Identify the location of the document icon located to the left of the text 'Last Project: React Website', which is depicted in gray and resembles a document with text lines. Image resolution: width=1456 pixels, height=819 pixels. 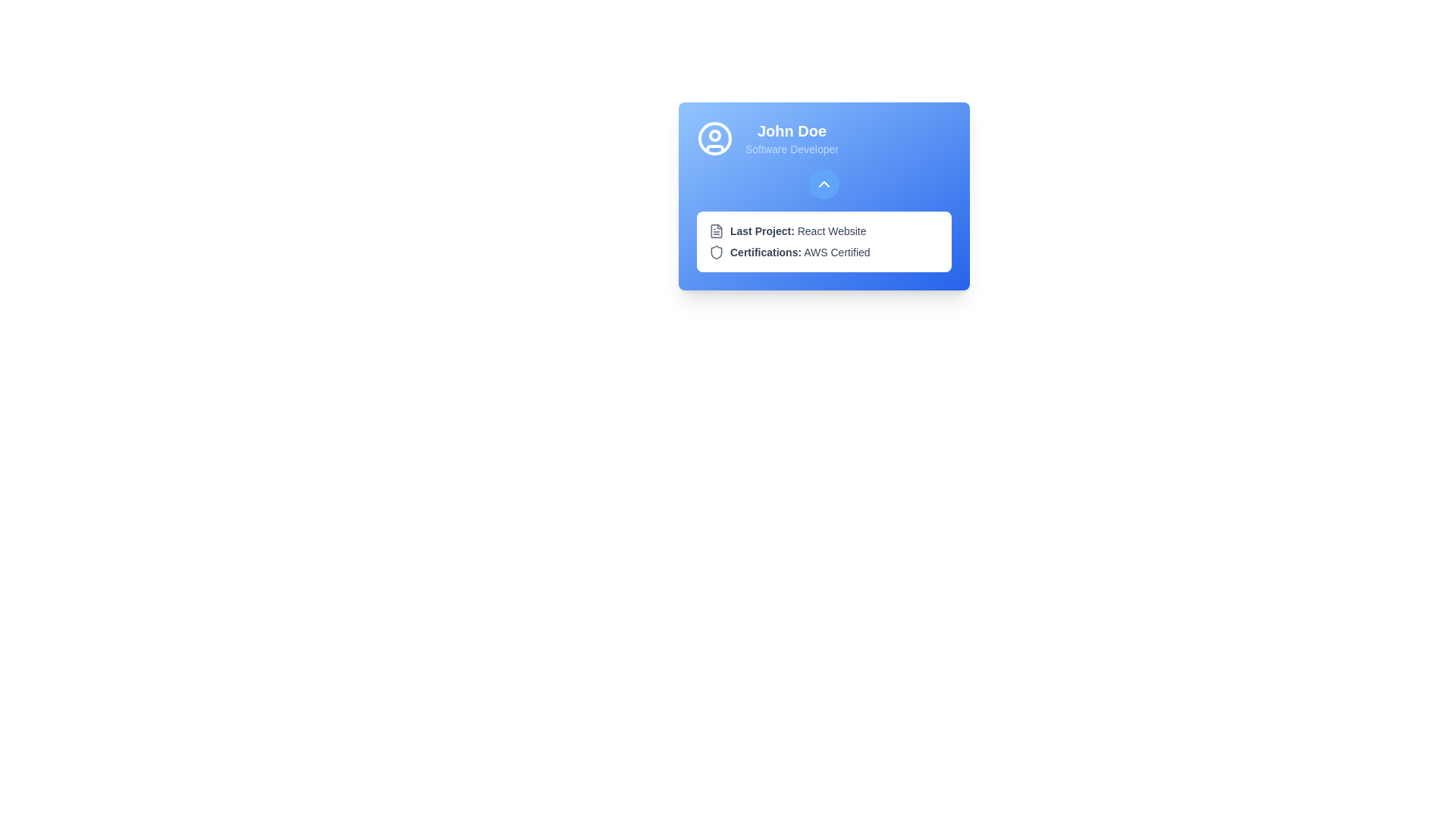
(716, 231).